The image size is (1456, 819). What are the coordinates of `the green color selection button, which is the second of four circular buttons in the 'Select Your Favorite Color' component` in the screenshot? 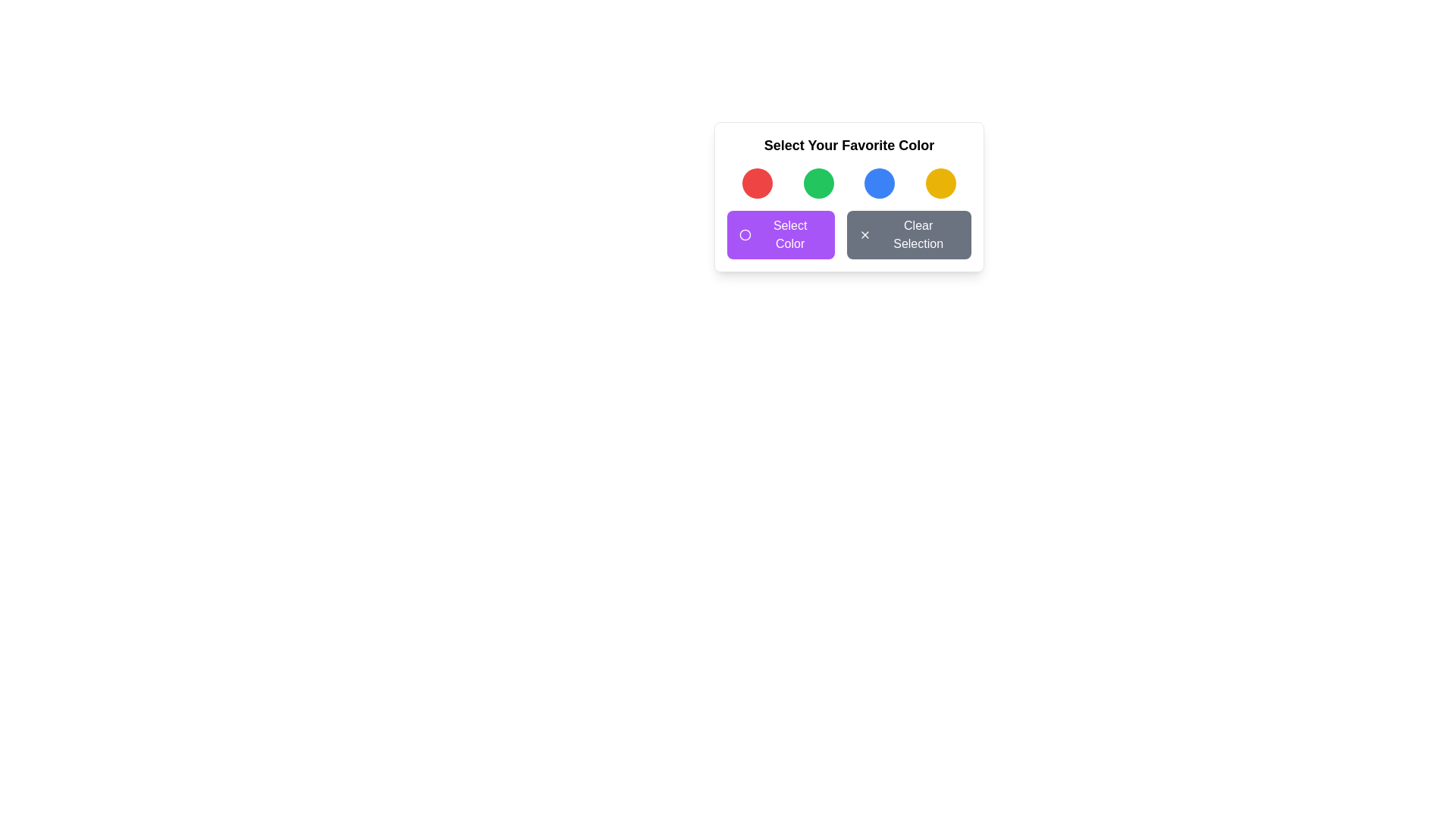 It's located at (817, 183).